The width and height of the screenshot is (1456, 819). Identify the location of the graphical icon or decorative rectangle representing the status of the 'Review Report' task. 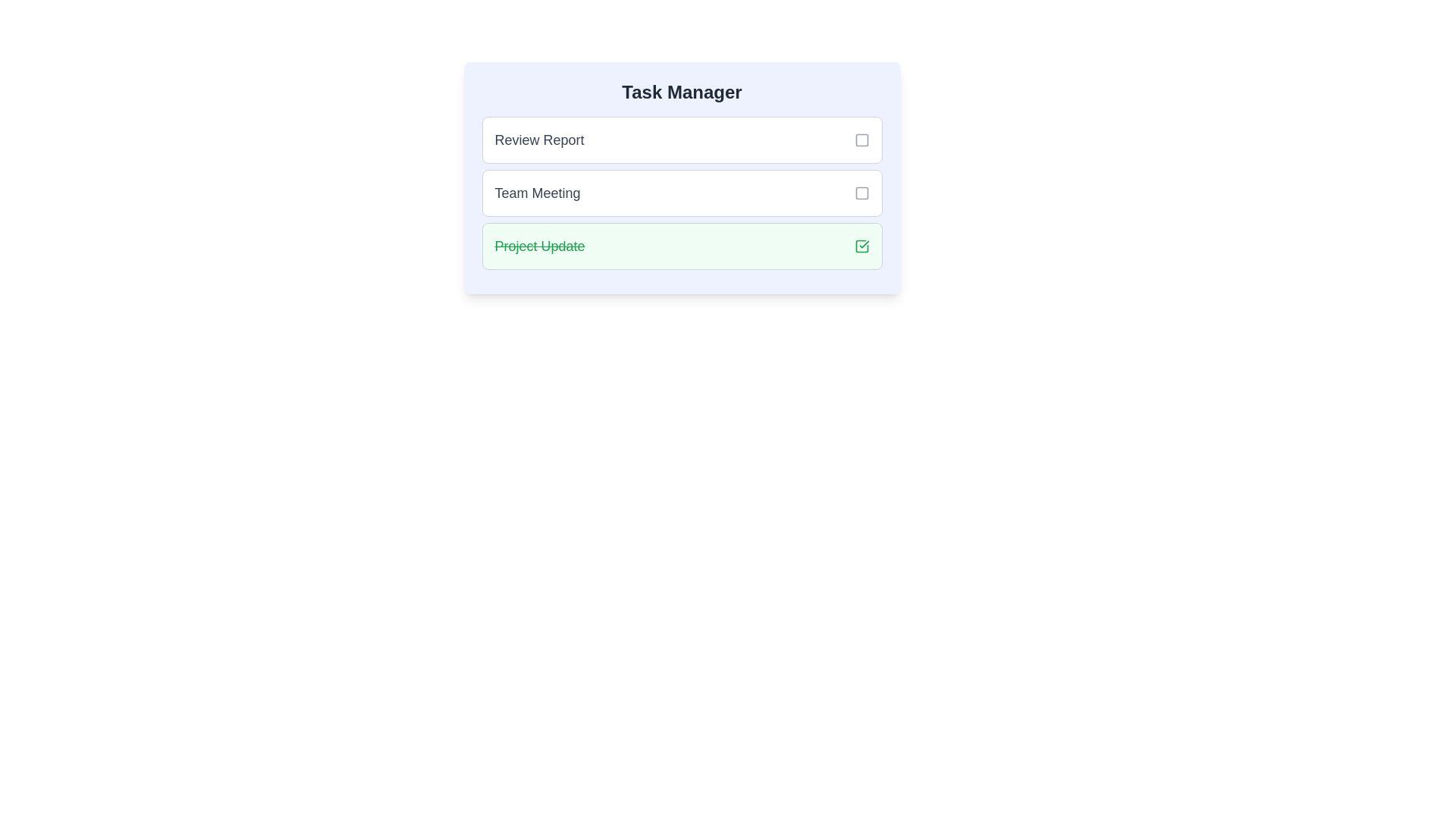
(861, 140).